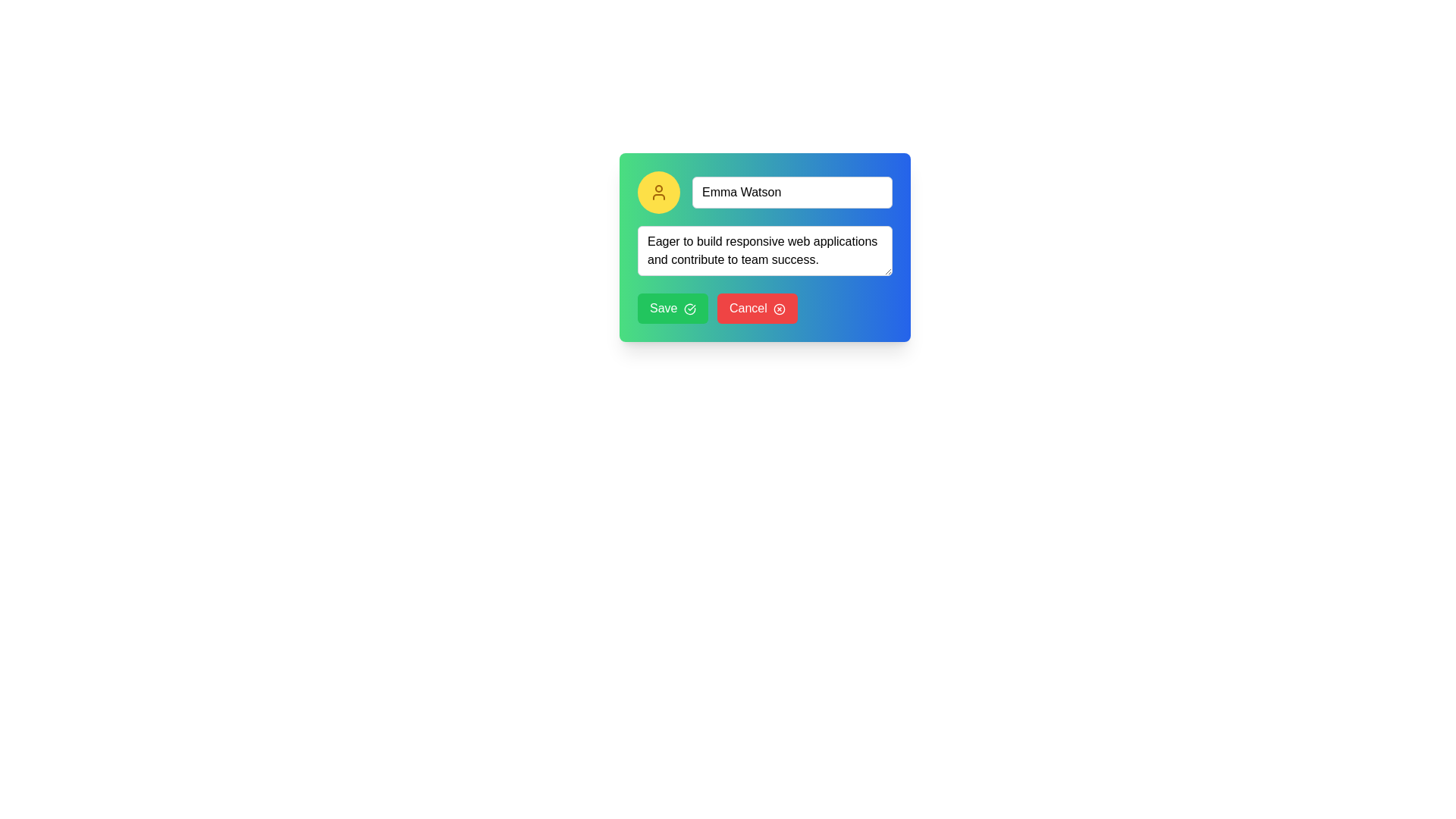  What do you see at coordinates (764, 246) in the screenshot?
I see `the central text input field (textarea) used for multi-line text input, positioned beneath the 'Emma Watson' input box and above the 'Save' and 'Cancel' buttons` at bounding box center [764, 246].